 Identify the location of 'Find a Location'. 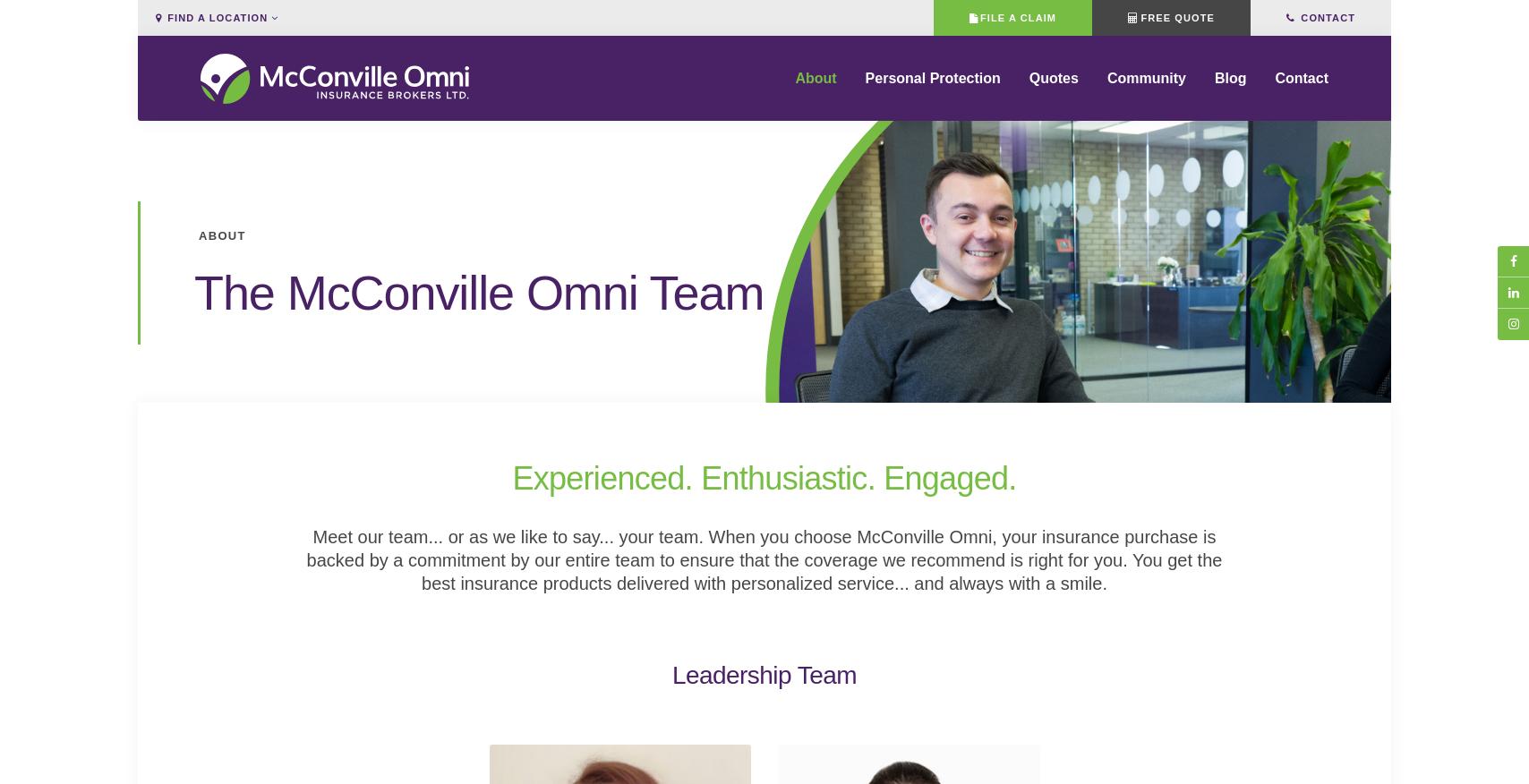
(217, 16).